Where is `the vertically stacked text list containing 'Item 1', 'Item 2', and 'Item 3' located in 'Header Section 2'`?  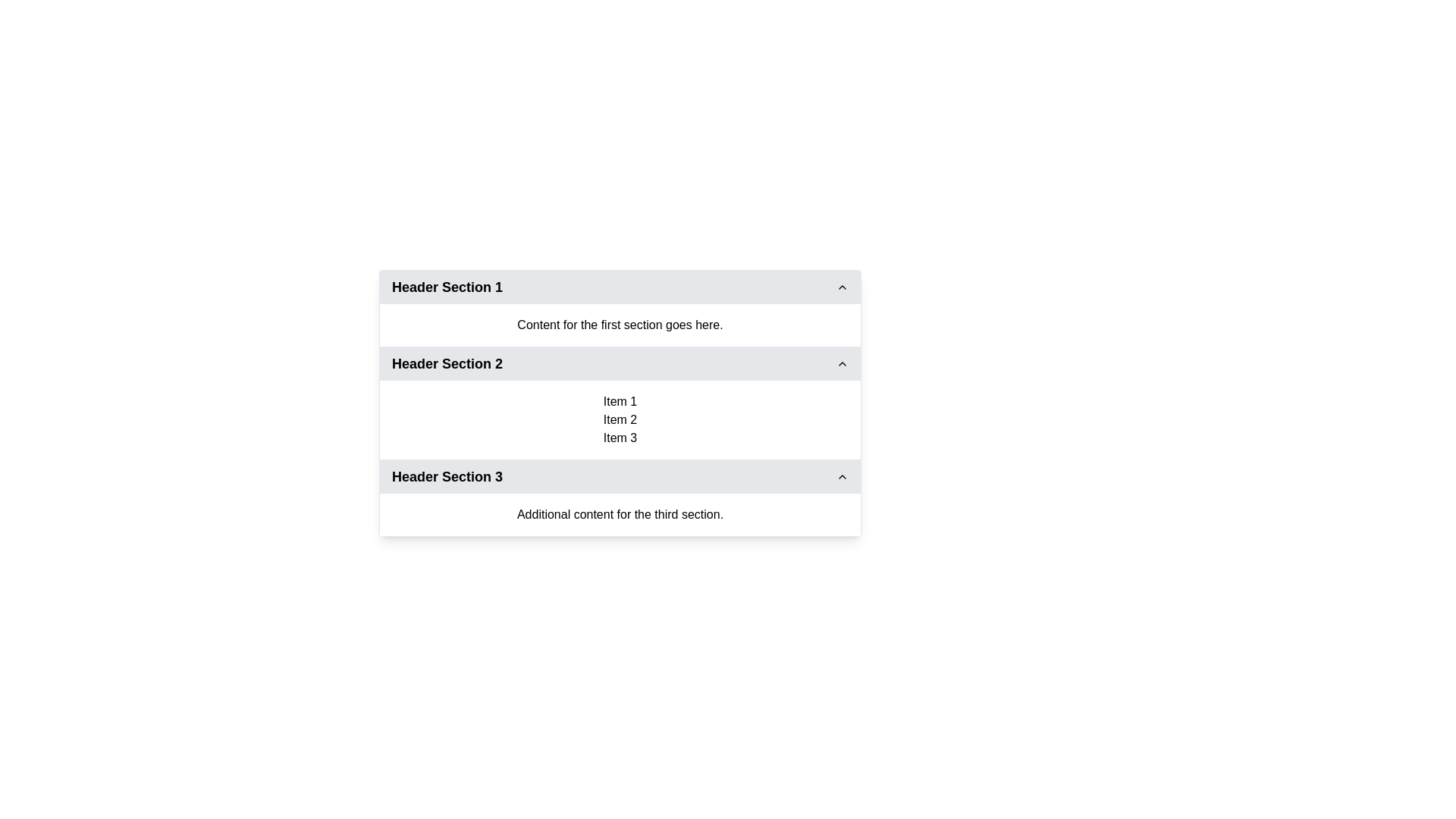 the vertically stacked text list containing 'Item 1', 'Item 2', and 'Item 3' located in 'Header Section 2' is located at coordinates (620, 420).